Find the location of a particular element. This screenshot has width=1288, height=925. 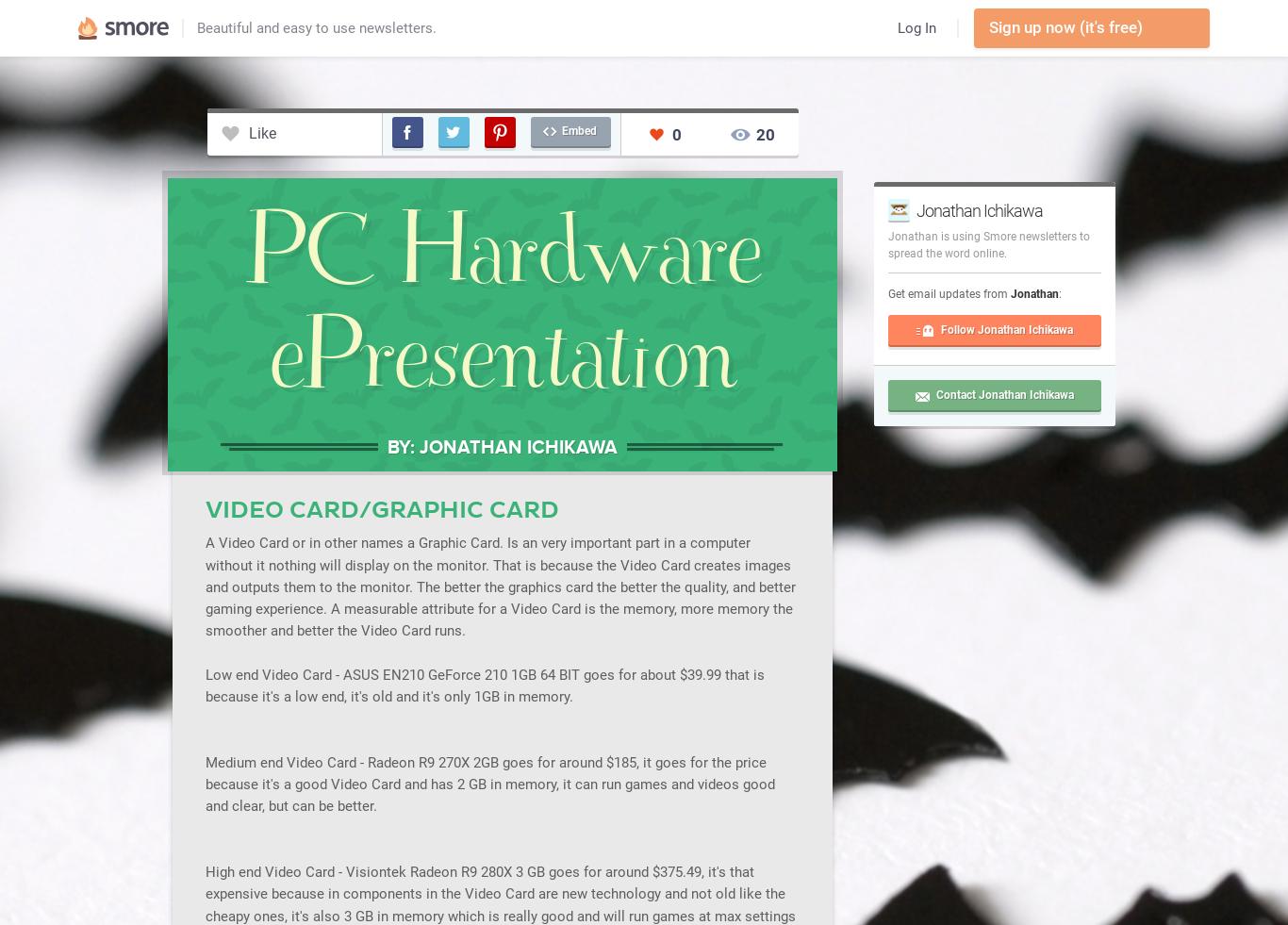

'Contact Jonathan Ichikawa' is located at coordinates (935, 393).